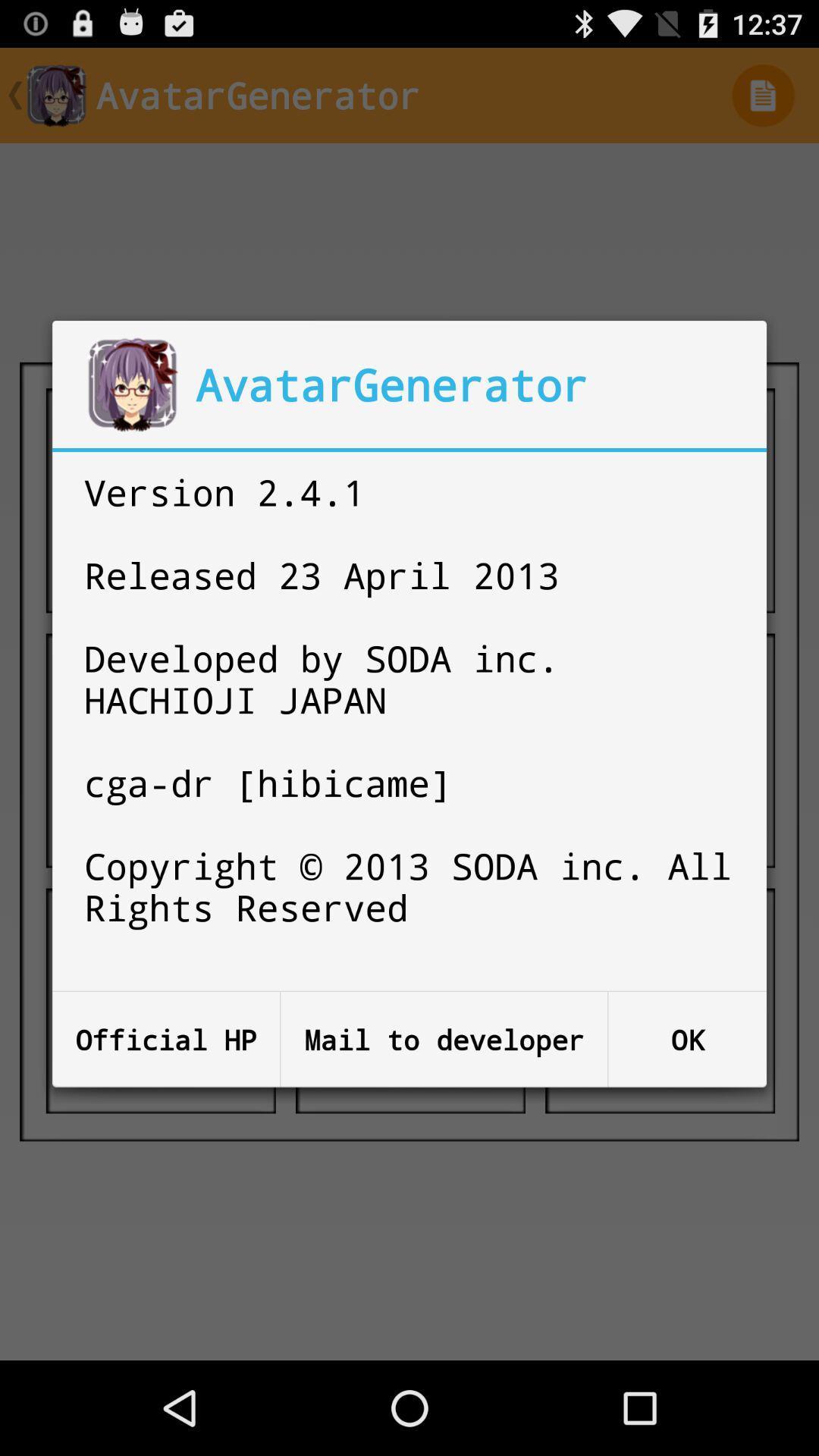  I want to click on ok item, so click(687, 1039).